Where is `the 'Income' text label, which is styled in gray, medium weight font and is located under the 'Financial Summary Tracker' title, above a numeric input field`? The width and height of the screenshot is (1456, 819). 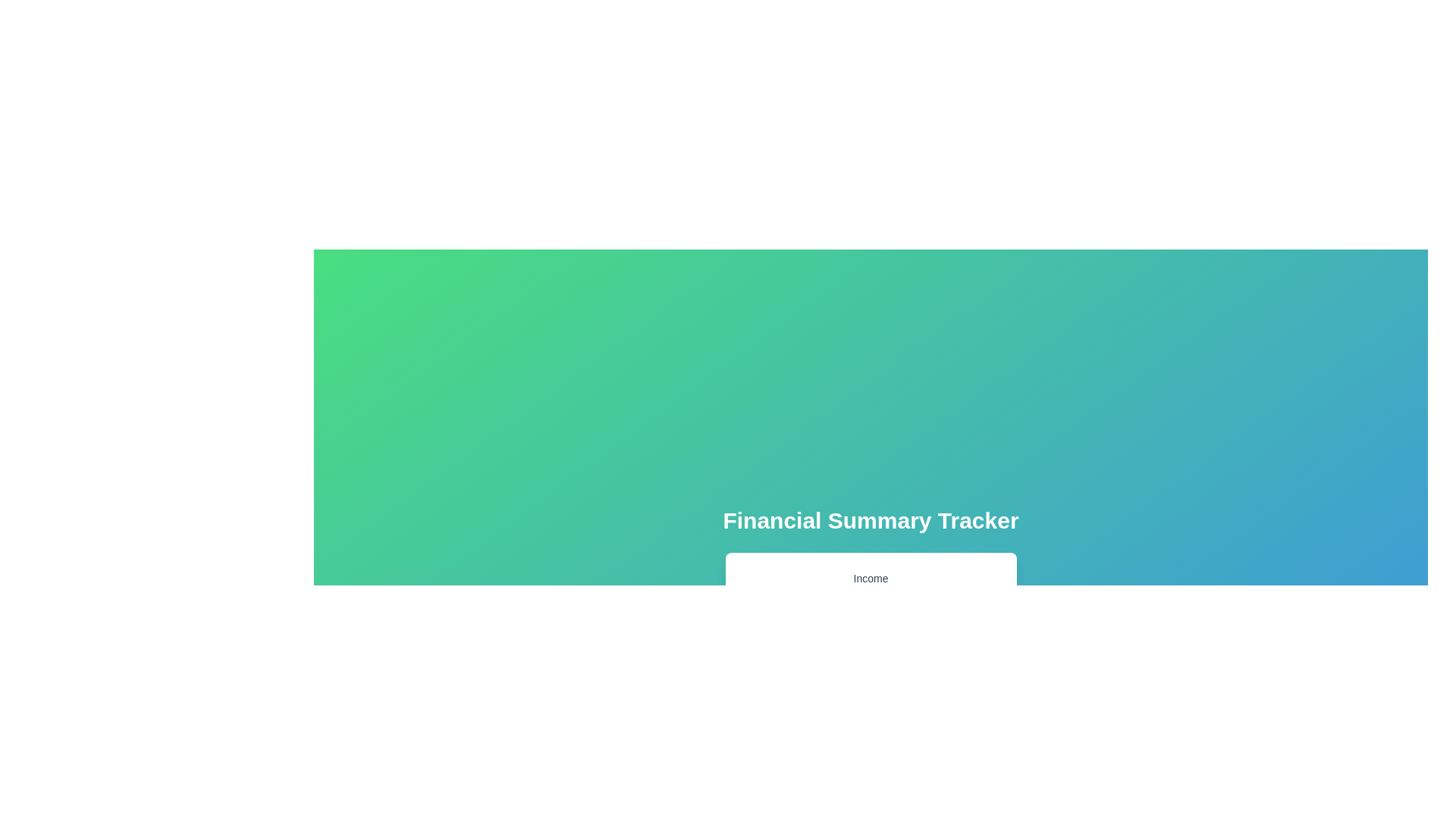
the 'Income' text label, which is styled in gray, medium weight font and is located under the 'Financial Summary Tracker' title, above a numeric input field is located at coordinates (871, 579).